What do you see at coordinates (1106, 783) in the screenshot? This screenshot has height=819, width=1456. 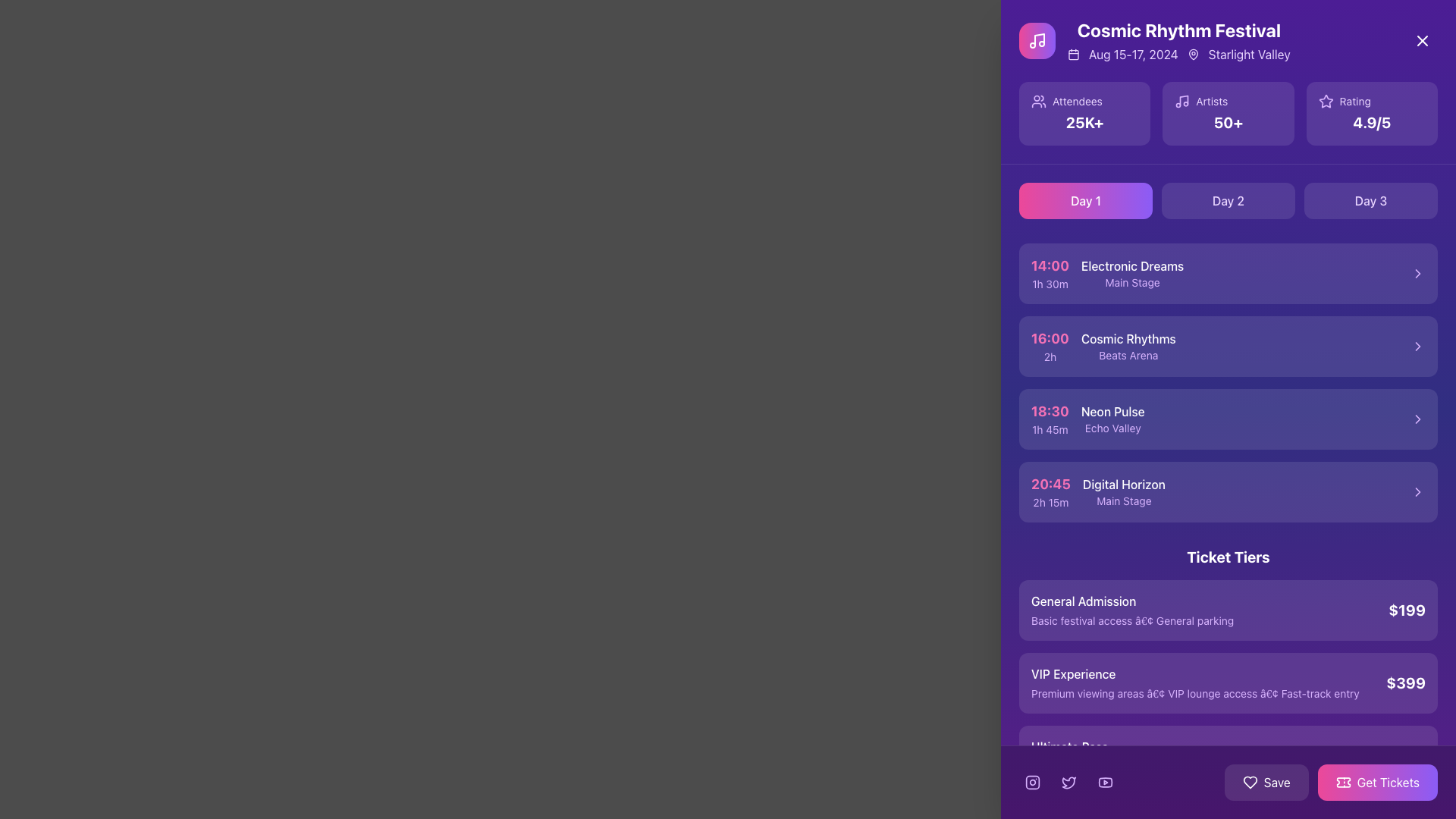 I see `the third circular button with a purple background featuring the YouTube logo` at bounding box center [1106, 783].